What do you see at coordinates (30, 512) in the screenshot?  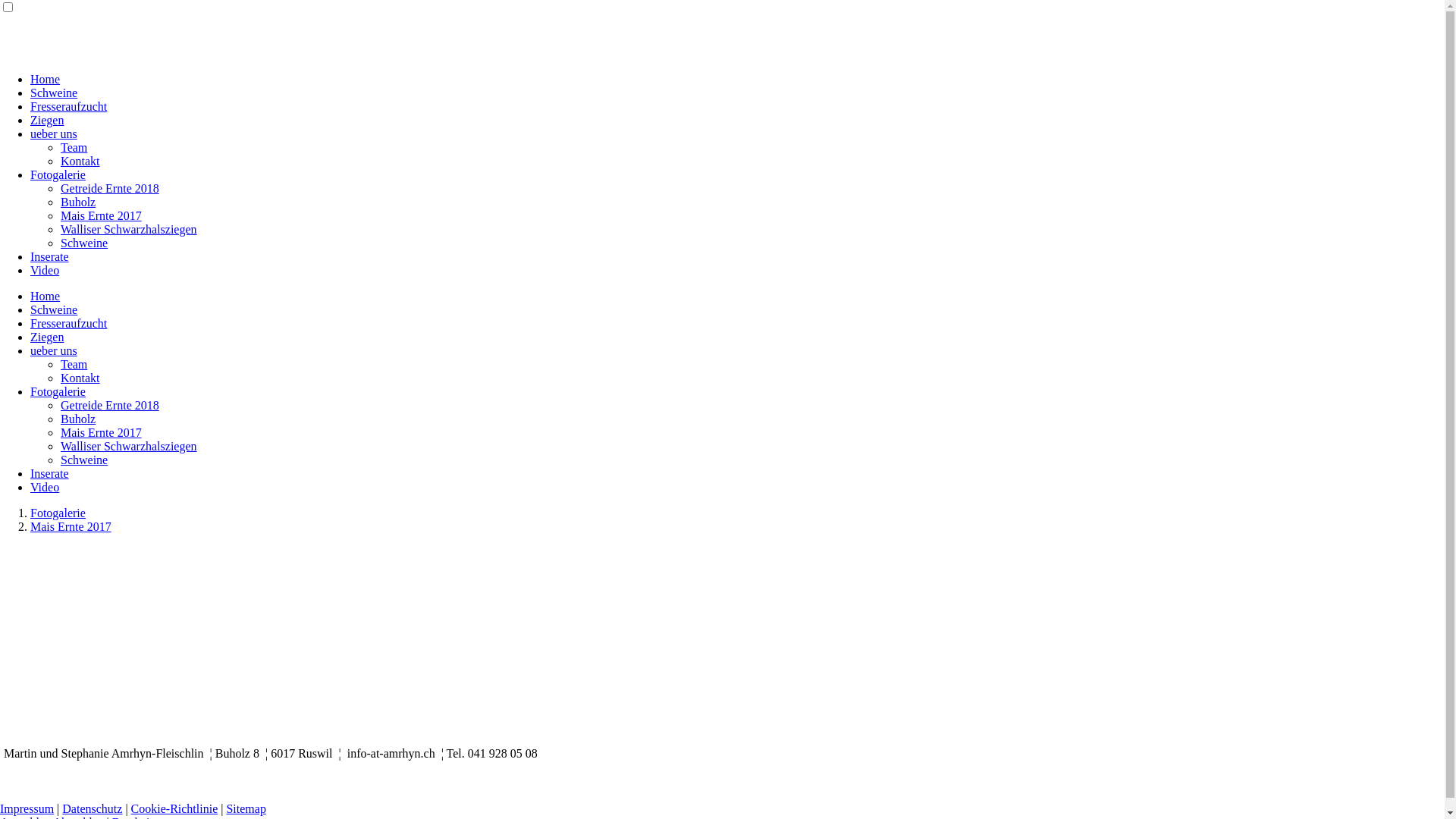 I see `'Fotogalerie'` at bounding box center [30, 512].